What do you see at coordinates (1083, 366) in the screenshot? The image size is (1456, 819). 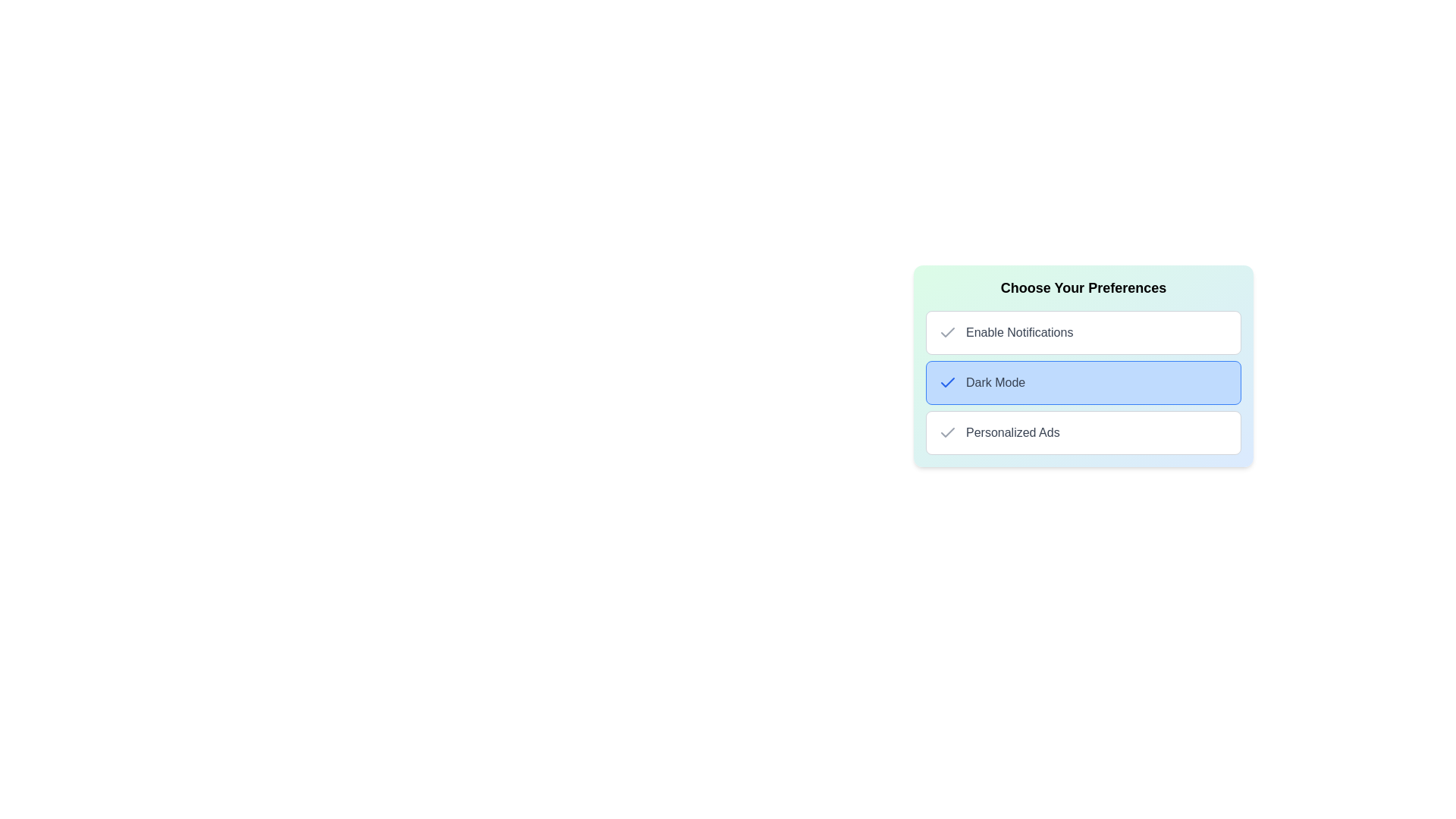 I see `the 'Dark Mode' button-like selectable option, which is the second option in the list under 'Choose Your Preferences'` at bounding box center [1083, 366].